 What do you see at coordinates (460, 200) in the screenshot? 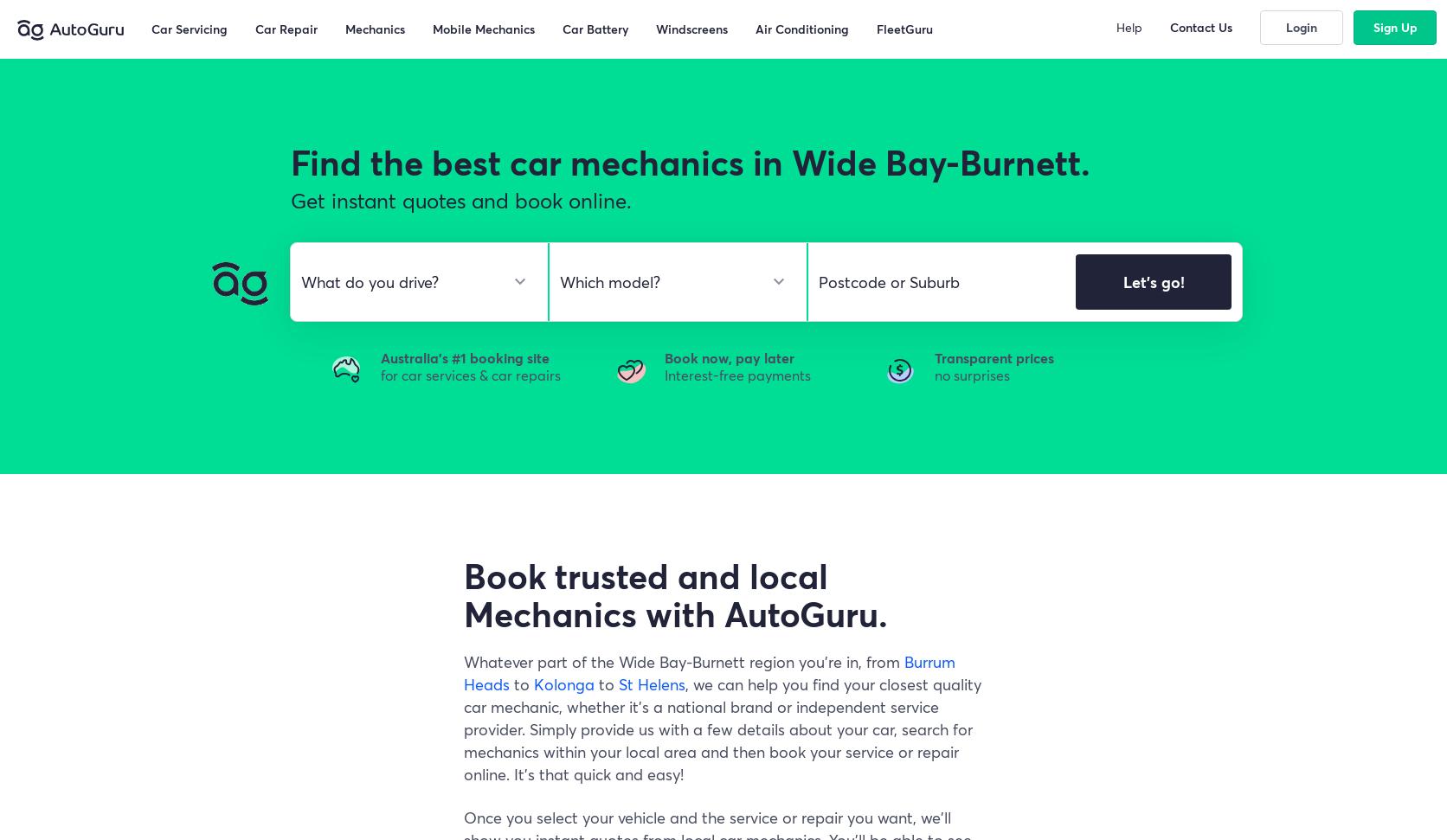
I see `'Get instant quotes and book online.'` at bounding box center [460, 200].